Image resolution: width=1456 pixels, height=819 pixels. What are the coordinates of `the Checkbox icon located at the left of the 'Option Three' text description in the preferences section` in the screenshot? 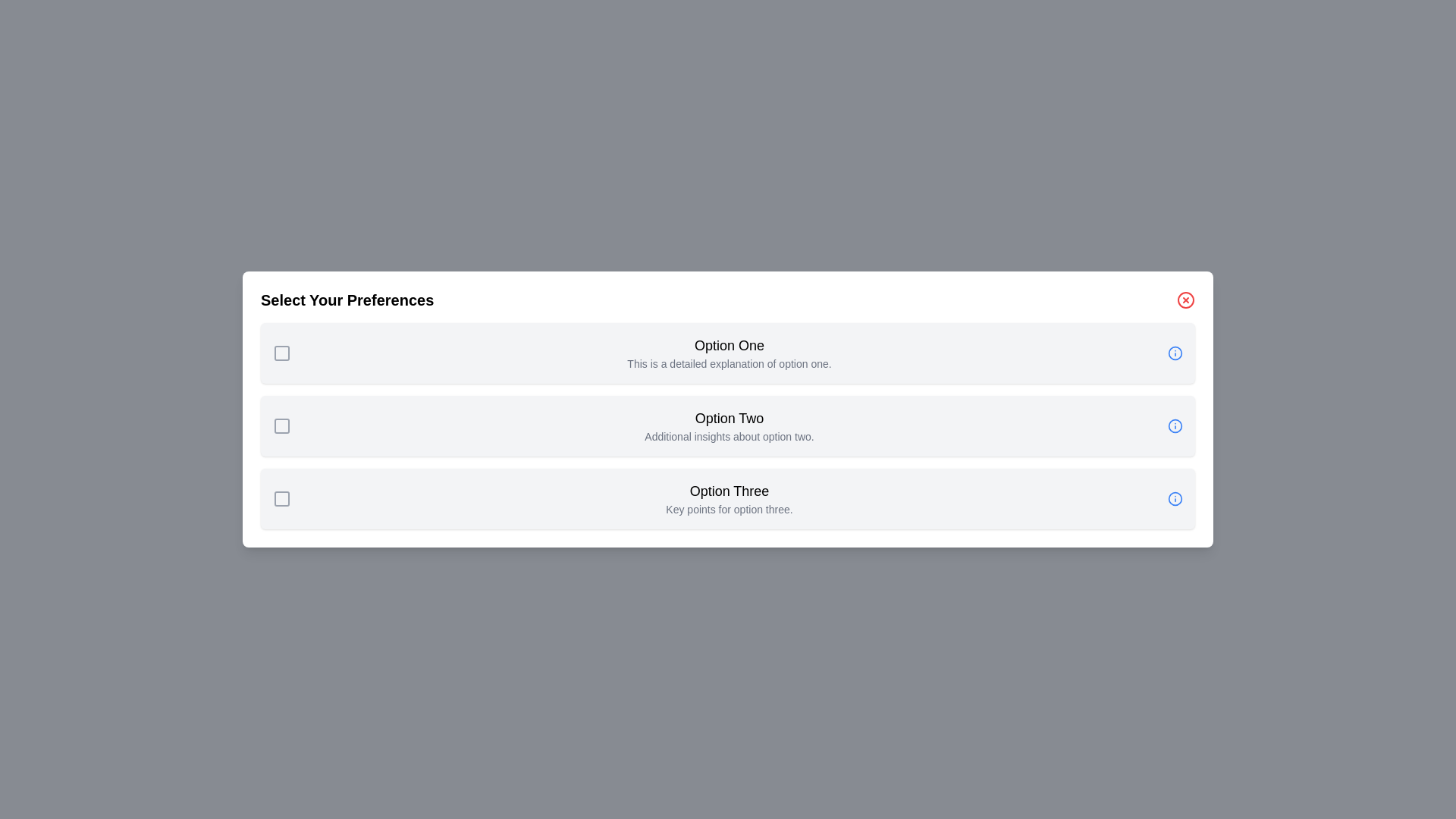 It's located at (282, 499).